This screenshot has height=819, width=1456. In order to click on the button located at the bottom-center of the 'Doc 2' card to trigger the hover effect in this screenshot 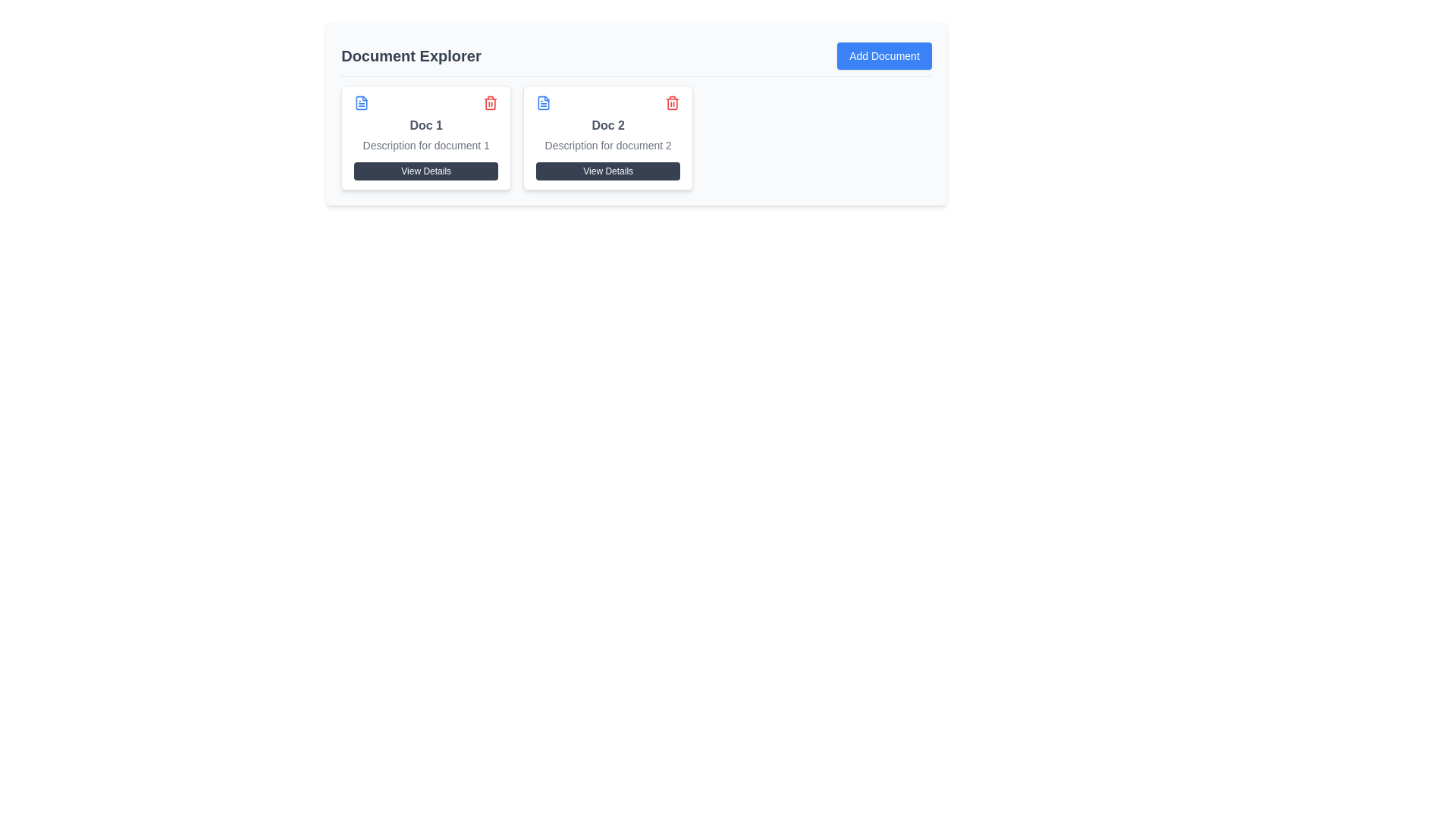, I will do `click(608, 171)`.